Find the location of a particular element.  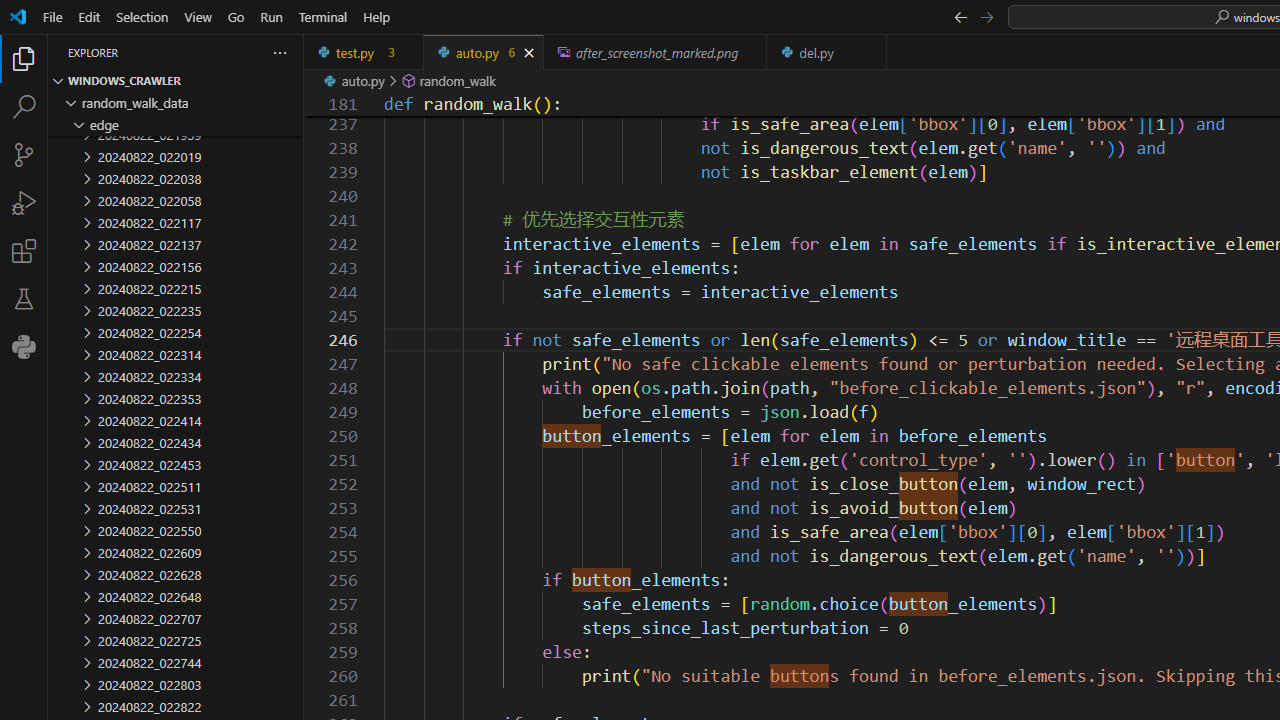

'Source Control (Ctrl+Shift+G)' is located at coordinates (24, 154).